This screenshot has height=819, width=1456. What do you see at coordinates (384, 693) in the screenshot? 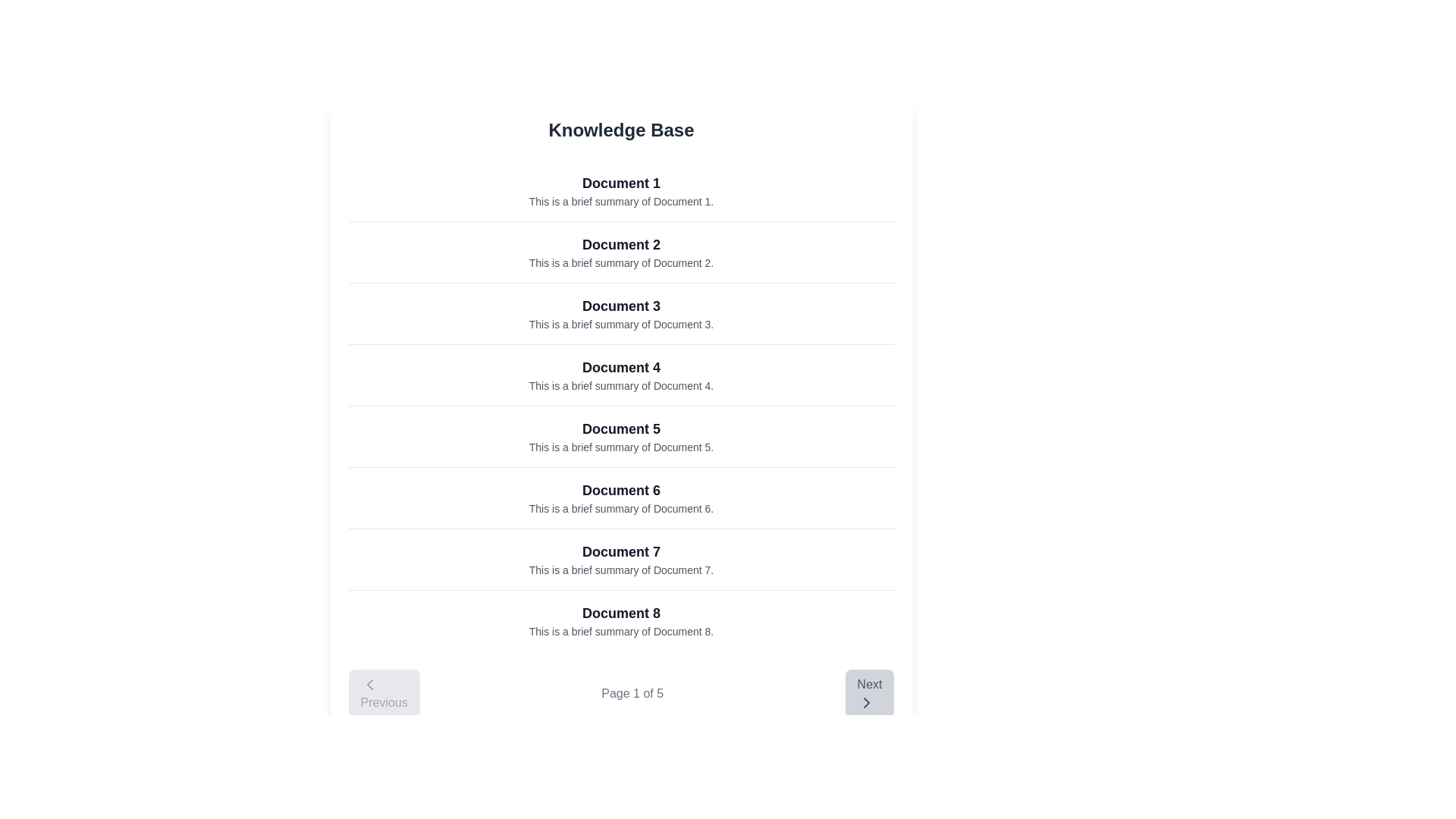
I see `the 'Previous' button located at the bottom-left section of the navigation bar` at bounding box center [384, 693].